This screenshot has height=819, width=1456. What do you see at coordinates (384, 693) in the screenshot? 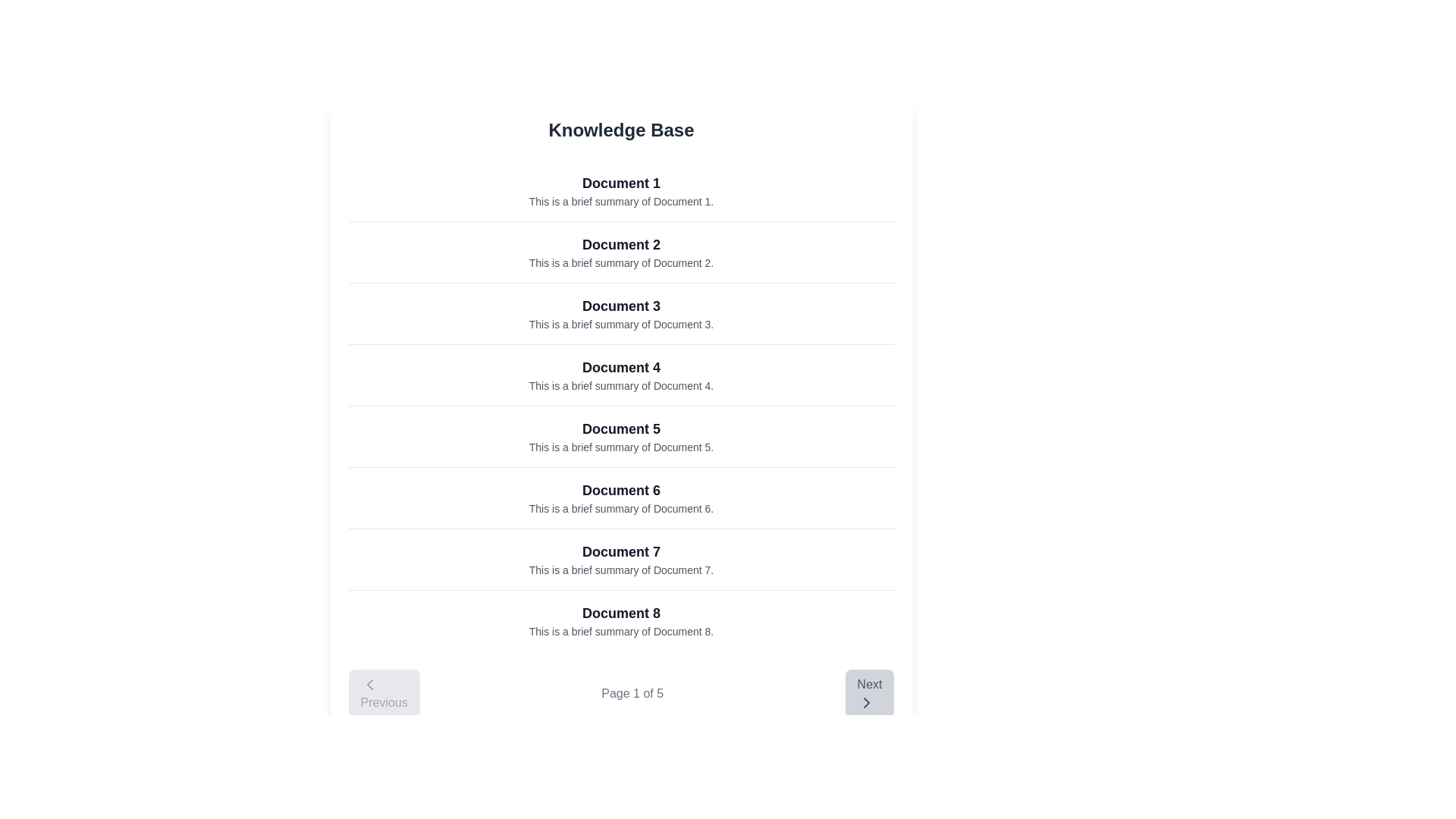
I see `the 'Previous' button located at the bottom-left section of the navigation bar` at bounding box center [384, 693].